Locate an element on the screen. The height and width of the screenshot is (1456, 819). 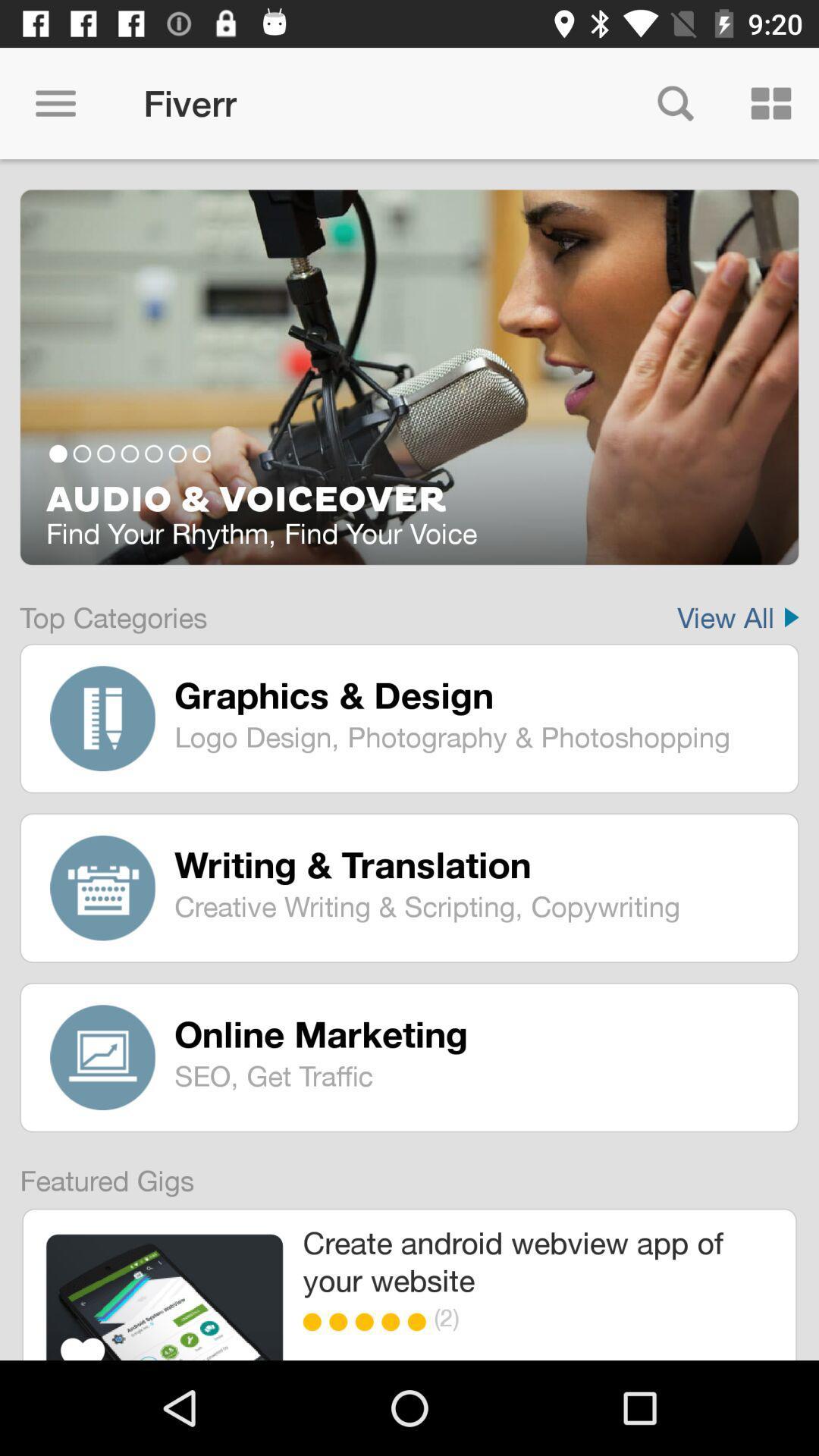
the item below featured gigs icon is located at coordinates (165, 1296).